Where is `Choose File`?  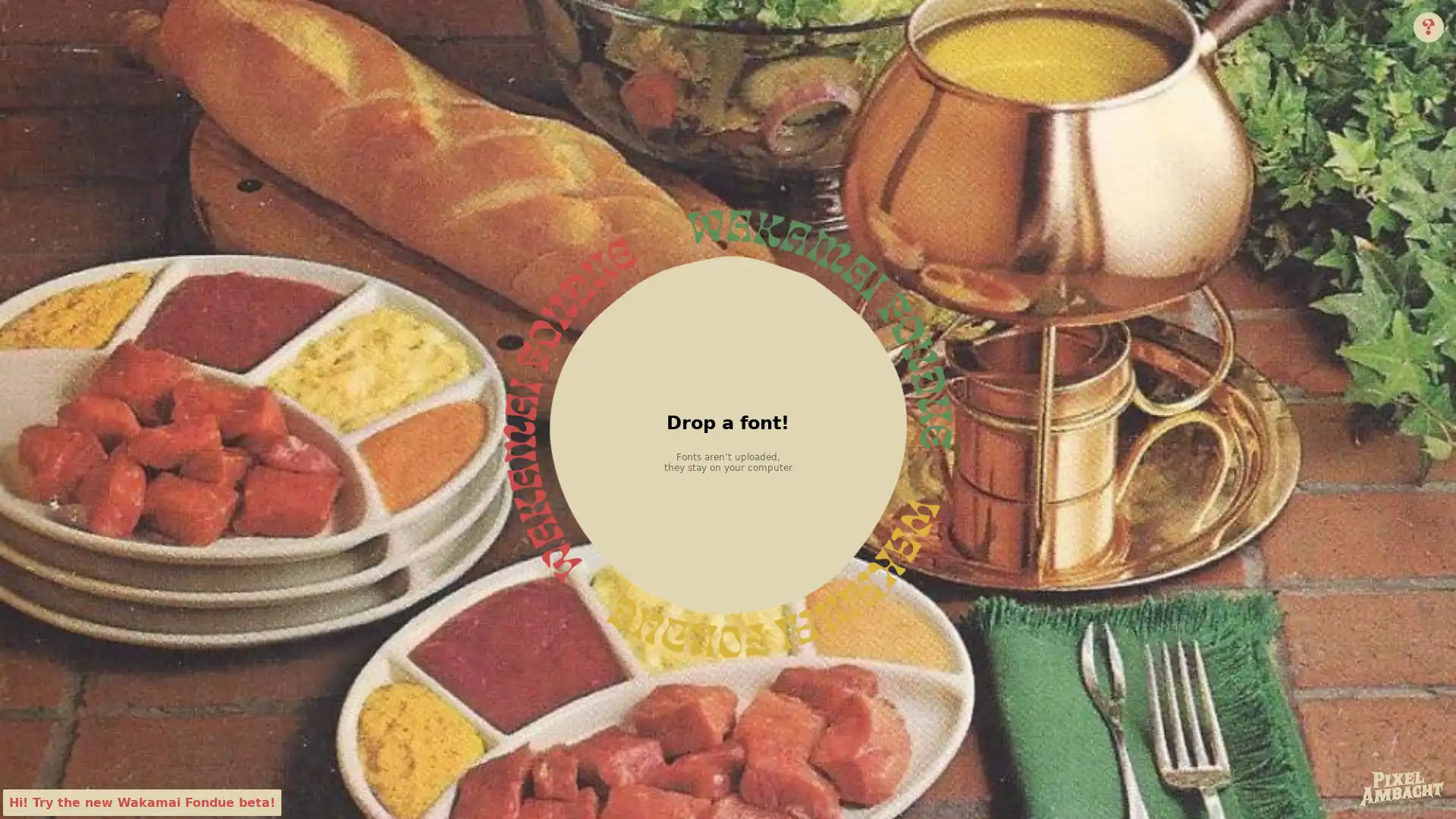 Choose File is located at coordinates (761, 441).